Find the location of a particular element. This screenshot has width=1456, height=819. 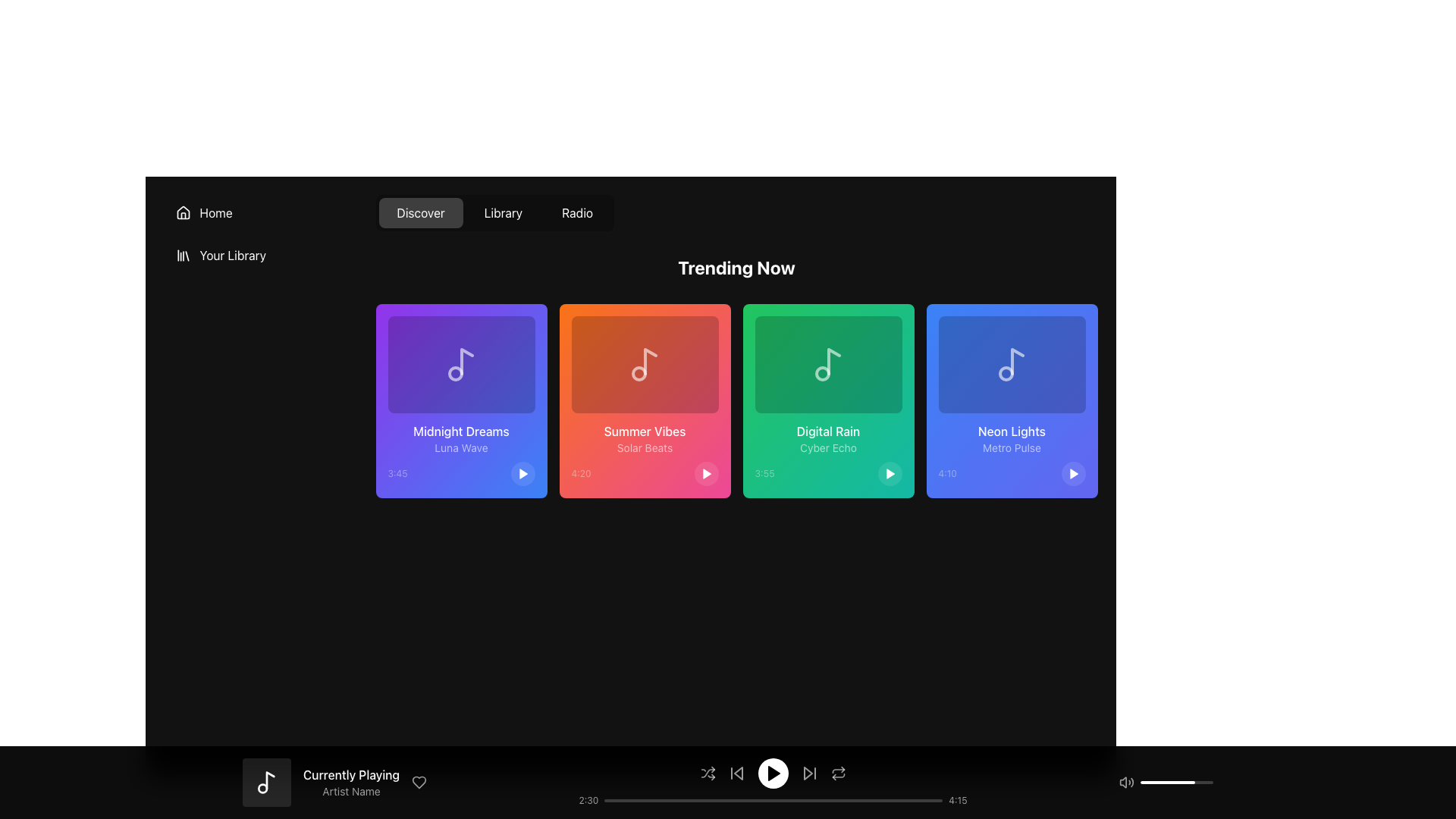

the play icon, which is a triangle pointing to the right, located in the bottom-right corner of the blue song card labeled 'Neon Lights' by 'Metro Pulse' in the 'Trending Now' section, to begin playback is located at coordinates (1072, 472).